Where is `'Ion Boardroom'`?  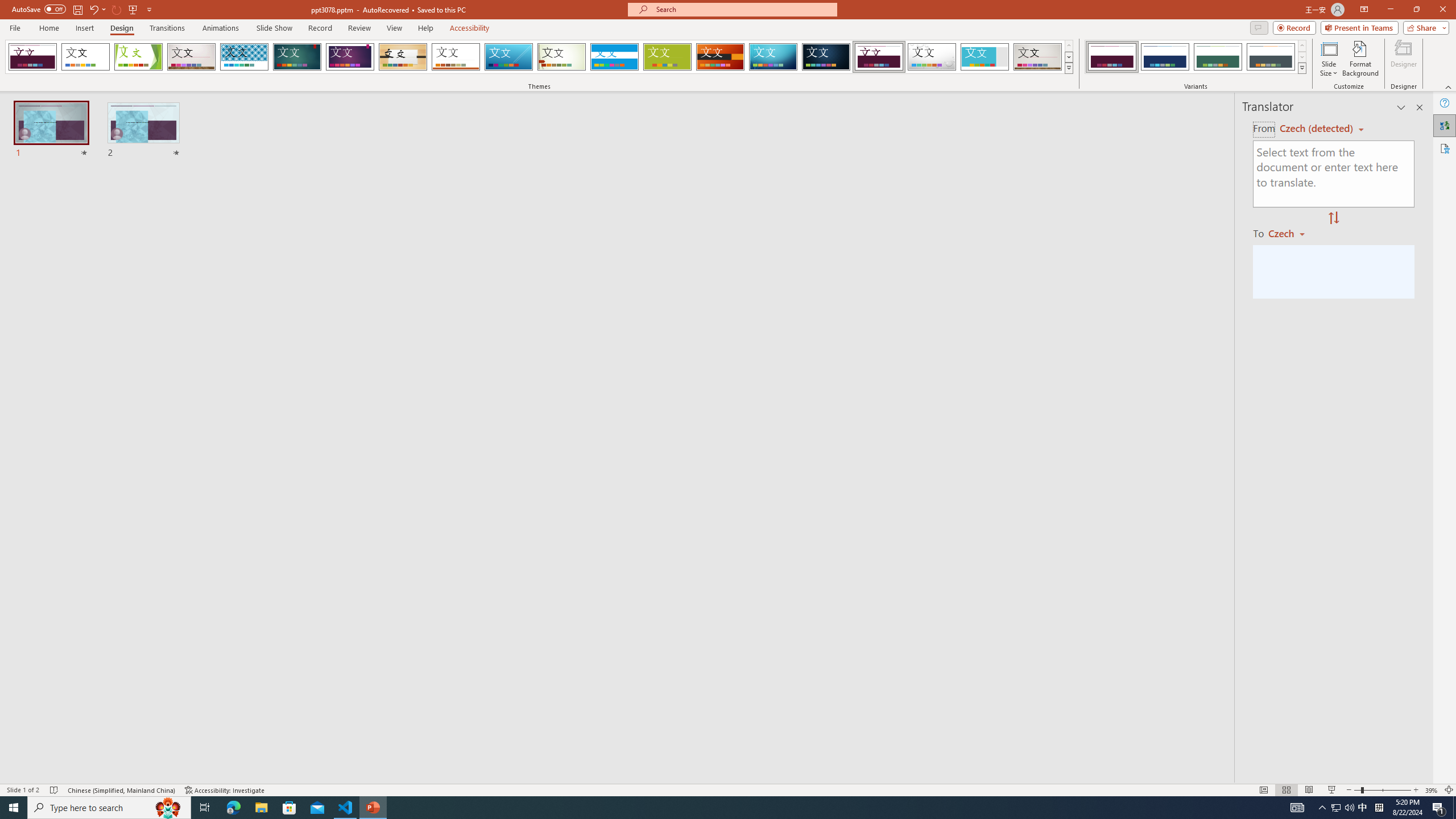 'Ion Boardroom' is located at coordinates (350, 56).